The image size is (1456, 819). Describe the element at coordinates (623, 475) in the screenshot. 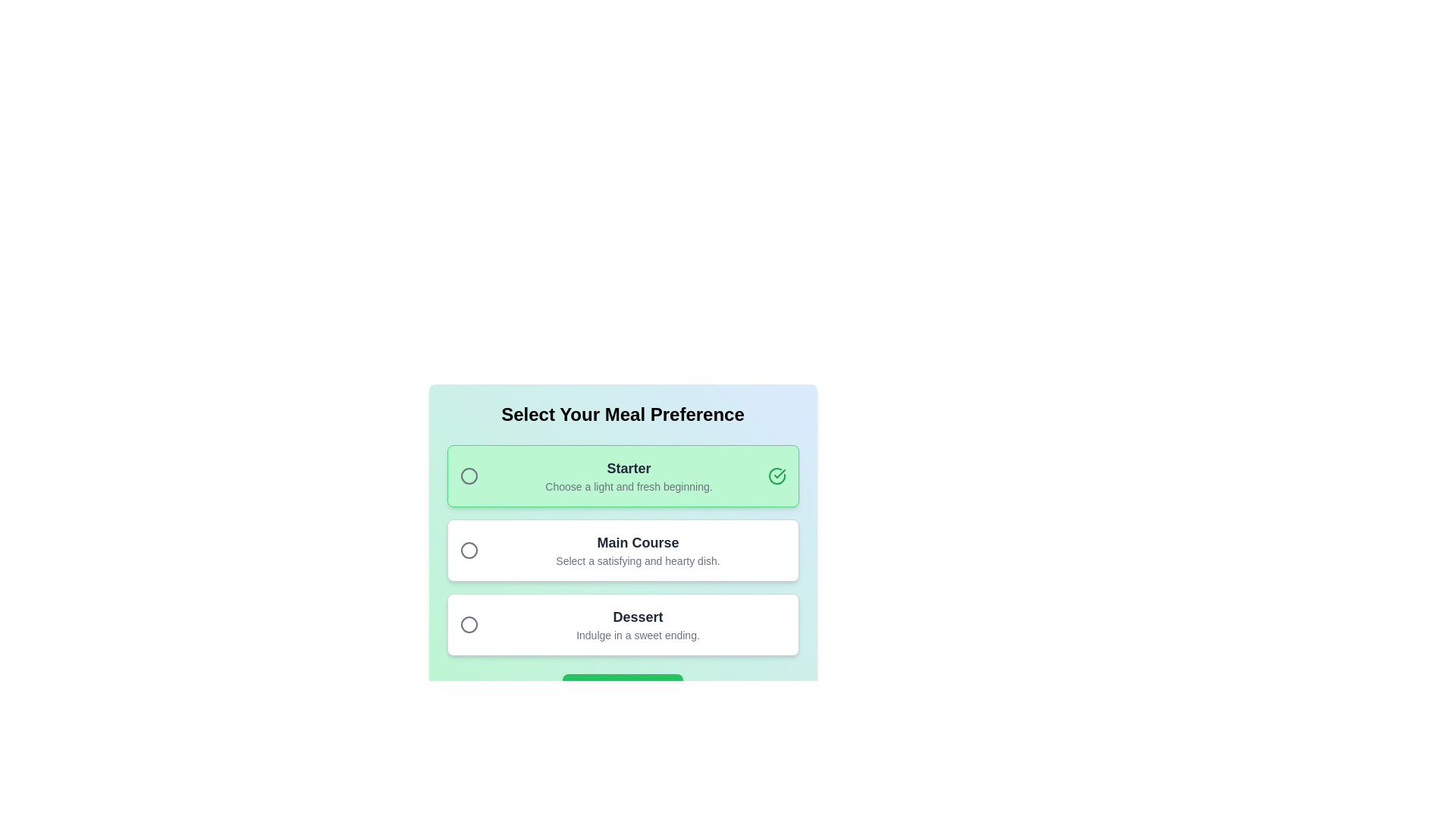

I see `the 'Starter' selection card, which features a light green background, rounded corners, and contains the title 'Starter' in bold with a subtitle below` at that location.